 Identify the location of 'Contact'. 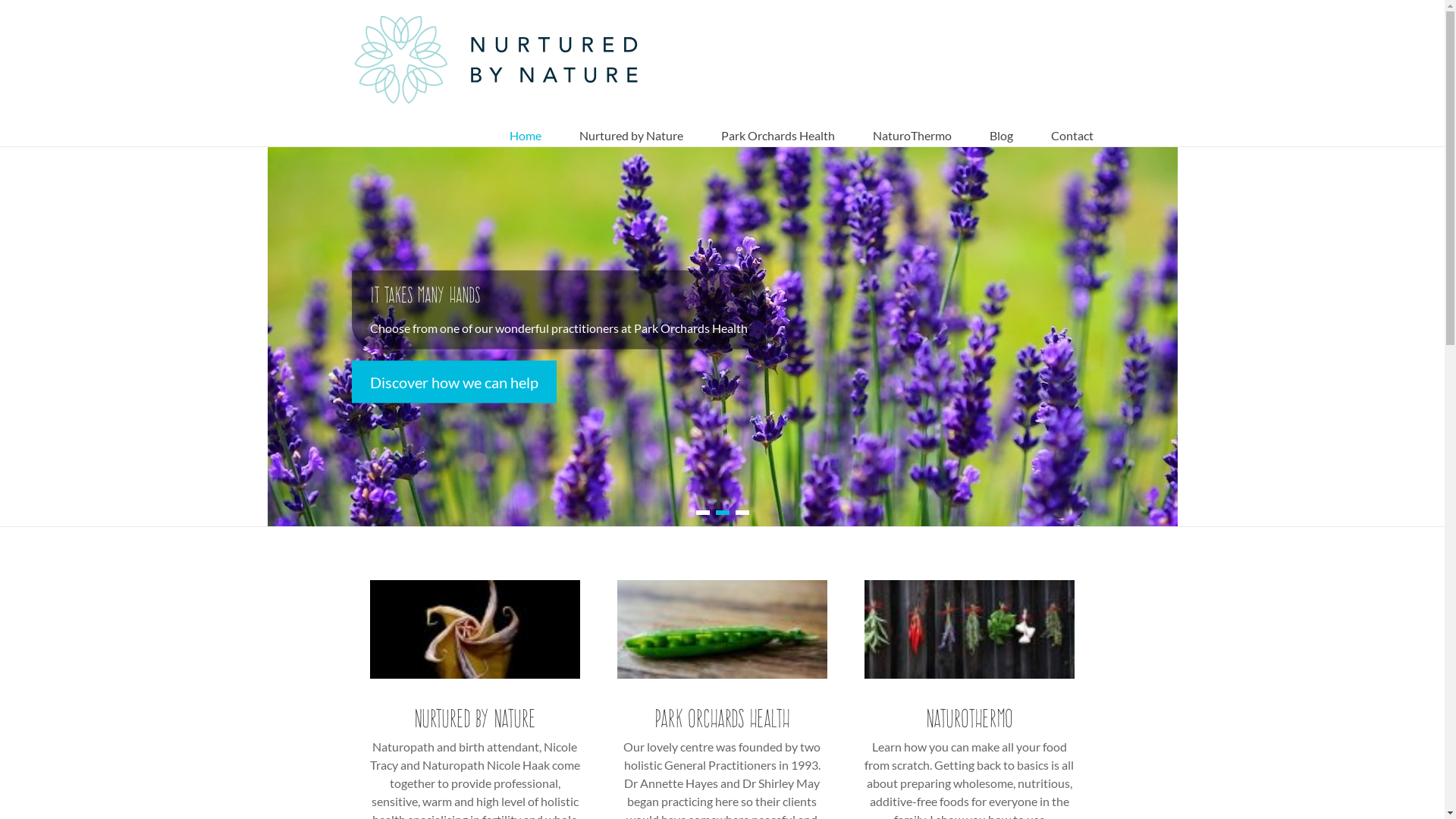
(1072, 122).